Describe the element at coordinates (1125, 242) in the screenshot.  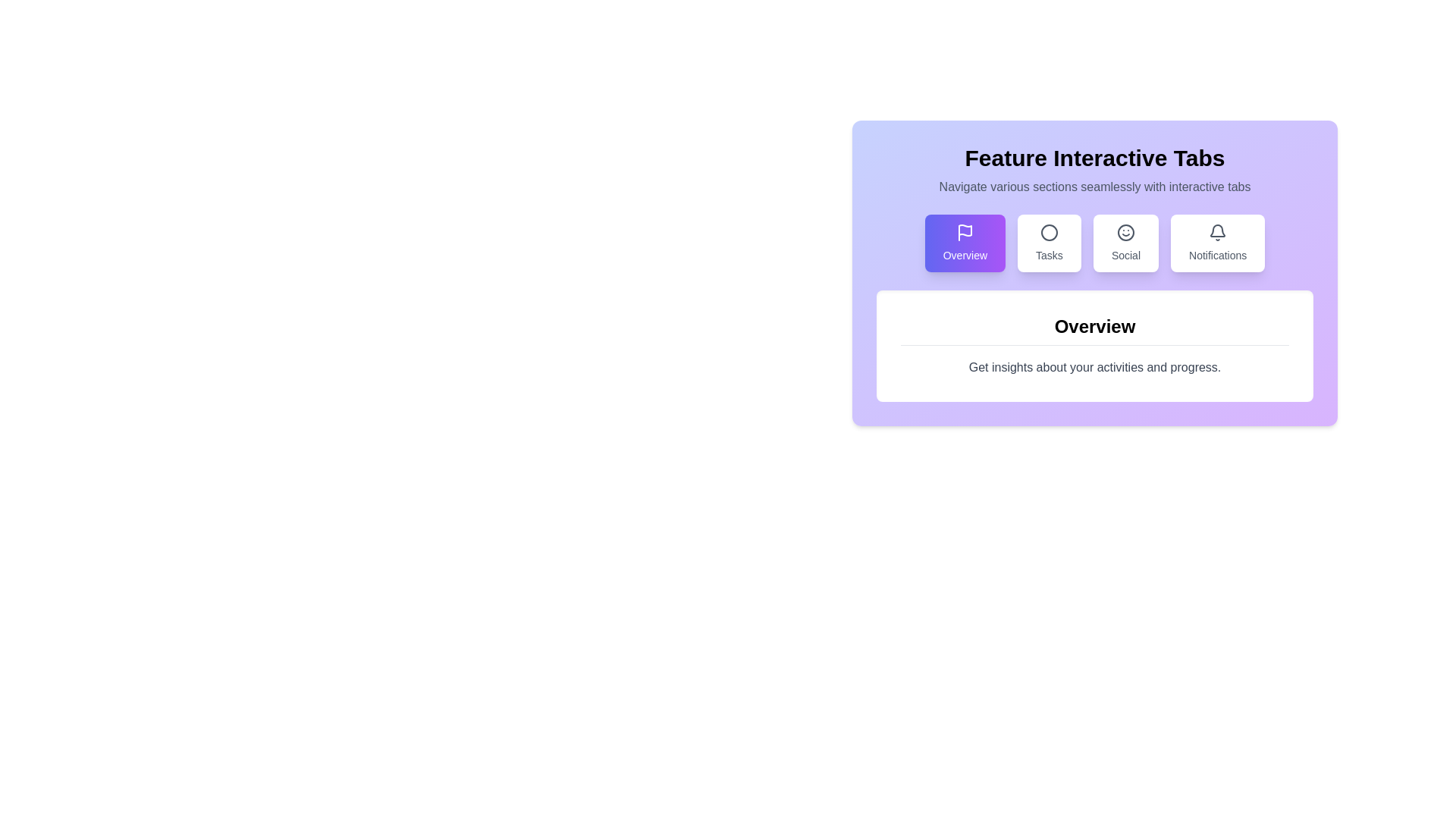
I see `the 'Social' button, which is the third button in a row of four` at that location.